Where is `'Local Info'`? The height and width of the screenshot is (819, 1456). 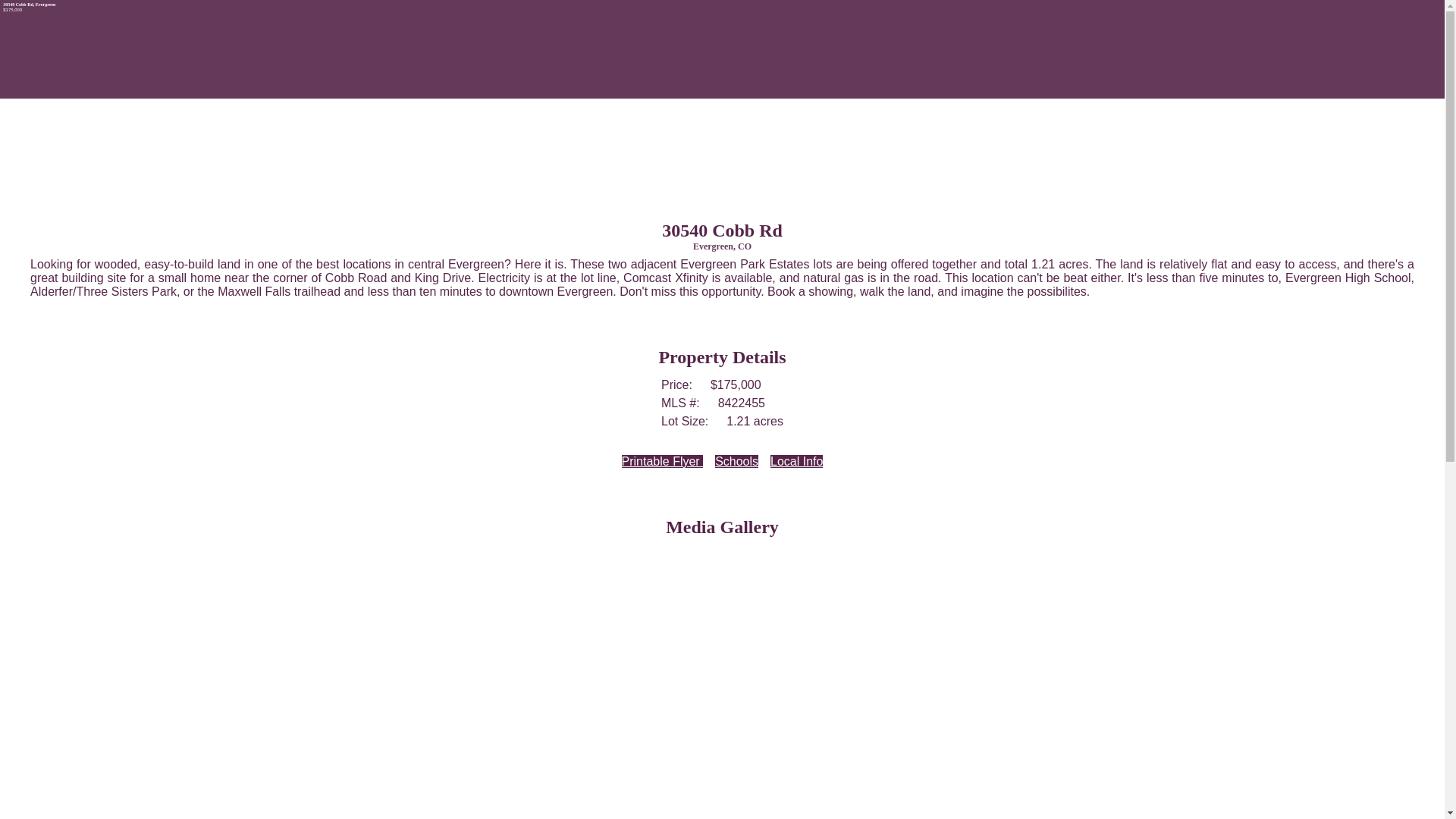 'Local Info' is located at coordinates (795, 460).